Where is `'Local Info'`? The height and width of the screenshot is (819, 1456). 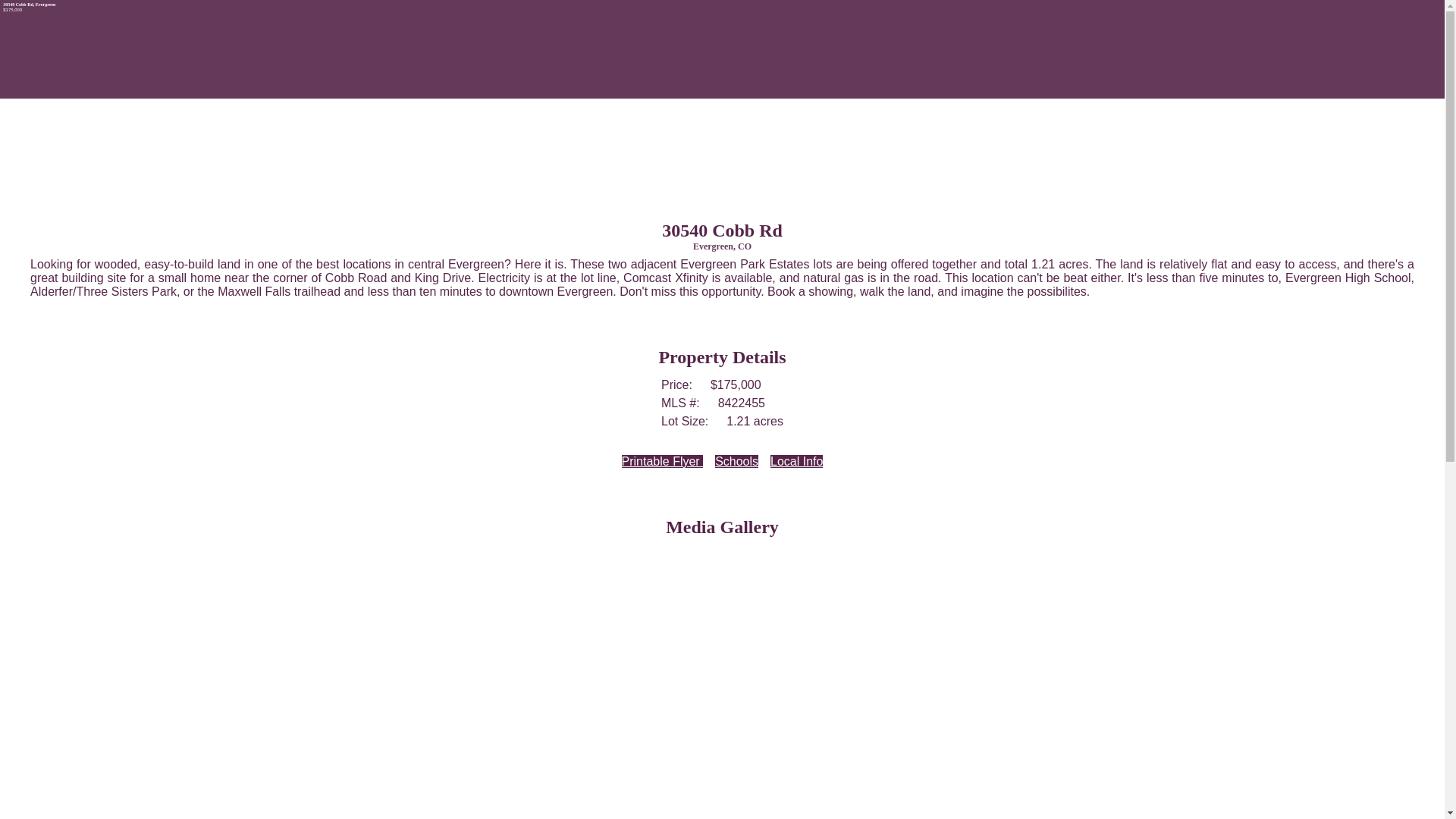 'Local Info' is located at coordinates (795, 460).